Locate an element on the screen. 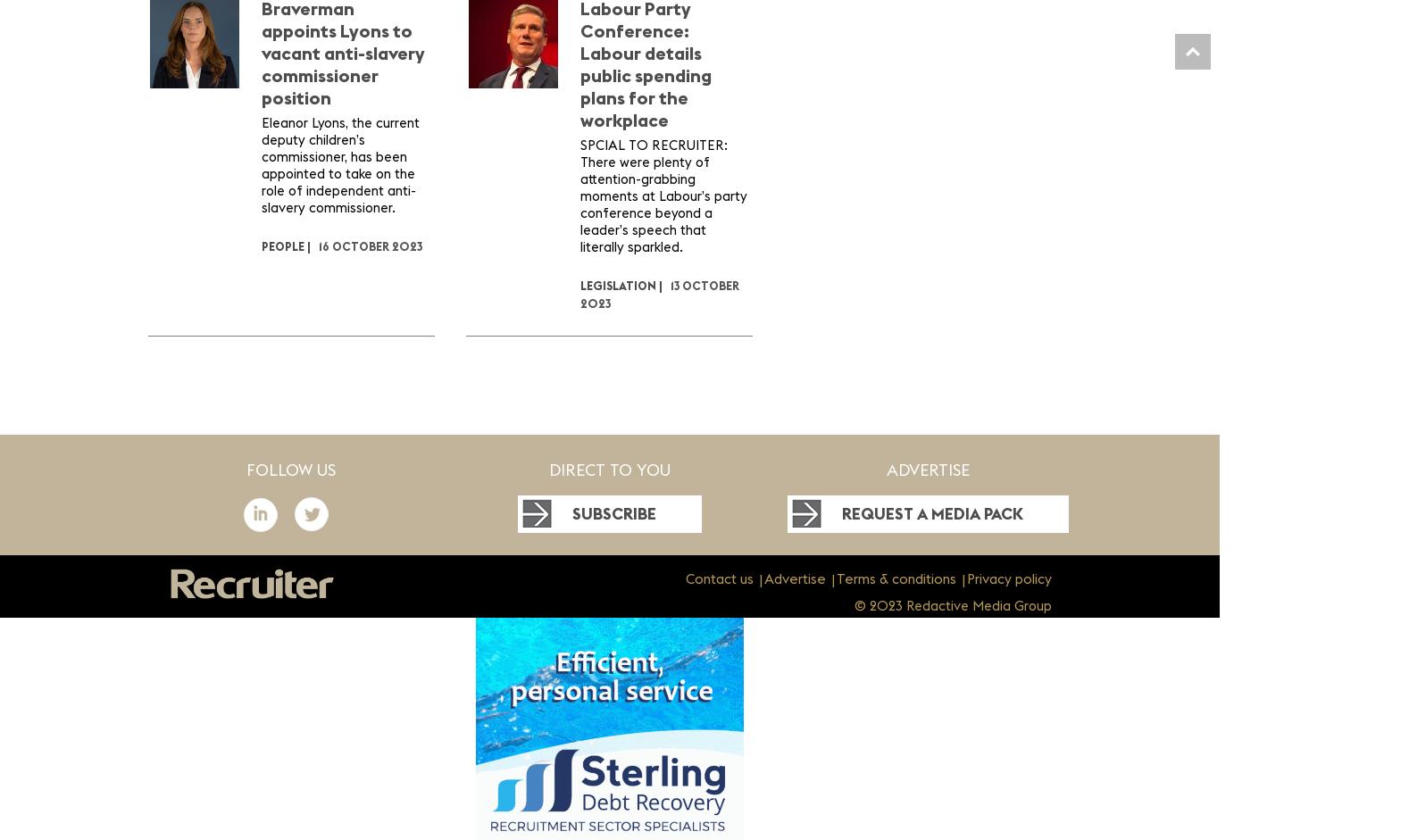  'Request a media pack' is located at coordinates (842, 513).